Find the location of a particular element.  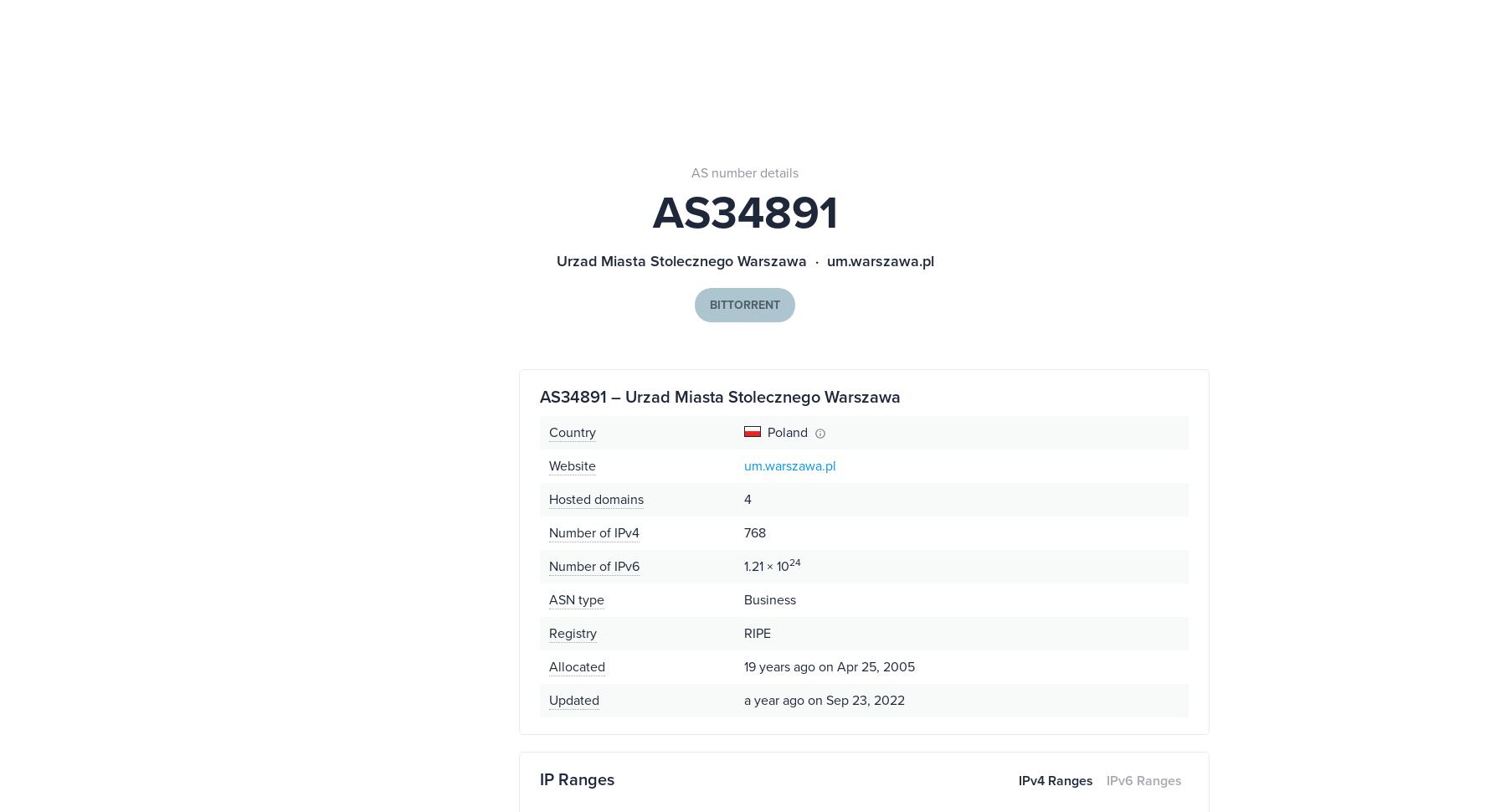

'ITI NEOVISION SPOLKA AKCYJNA' is located at coordinates (1035, 80).